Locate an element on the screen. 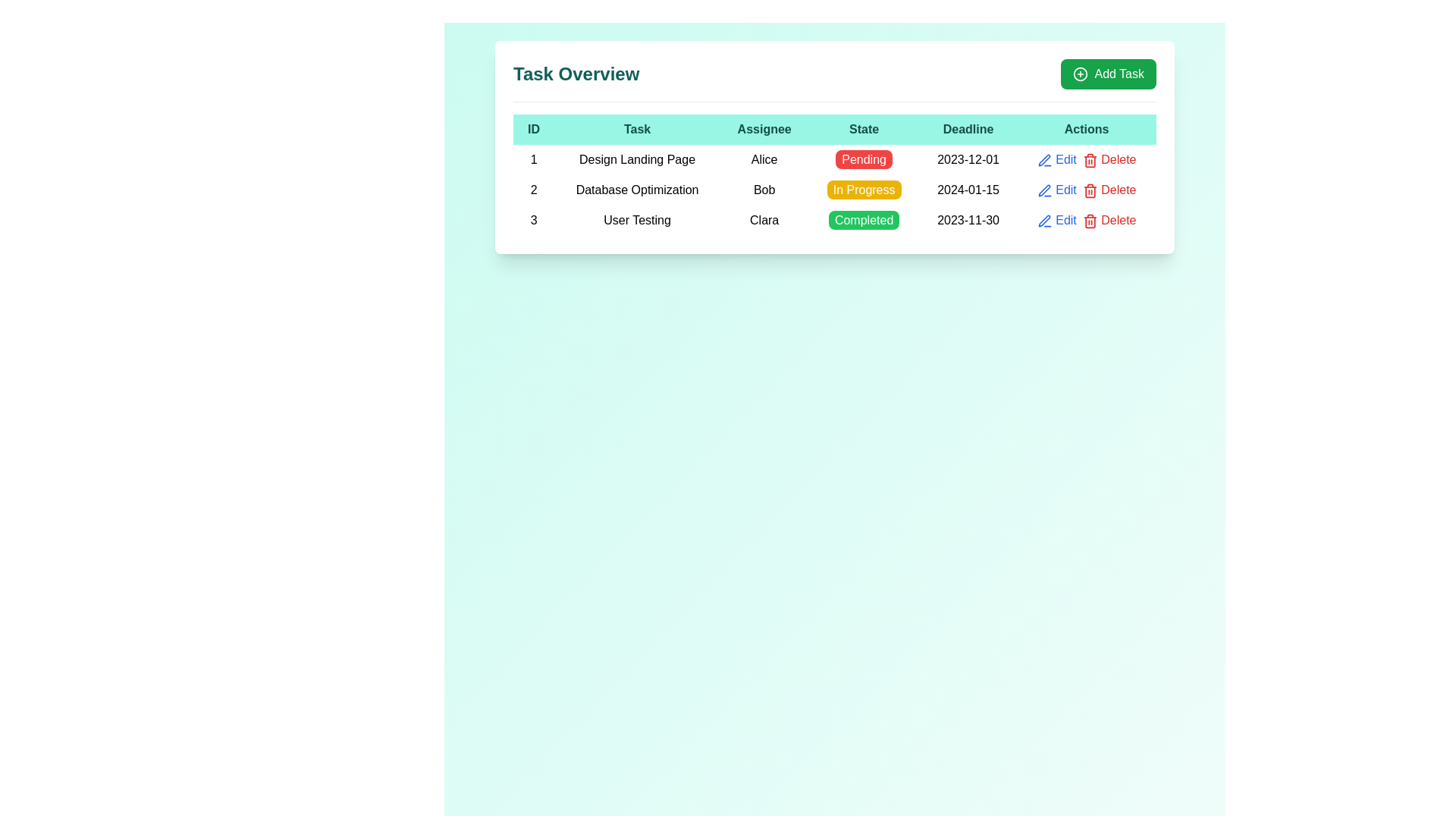  the 'Delete' link in the Actions column of the second row of the table for visual feedback is located at coordinates (1086, 189).